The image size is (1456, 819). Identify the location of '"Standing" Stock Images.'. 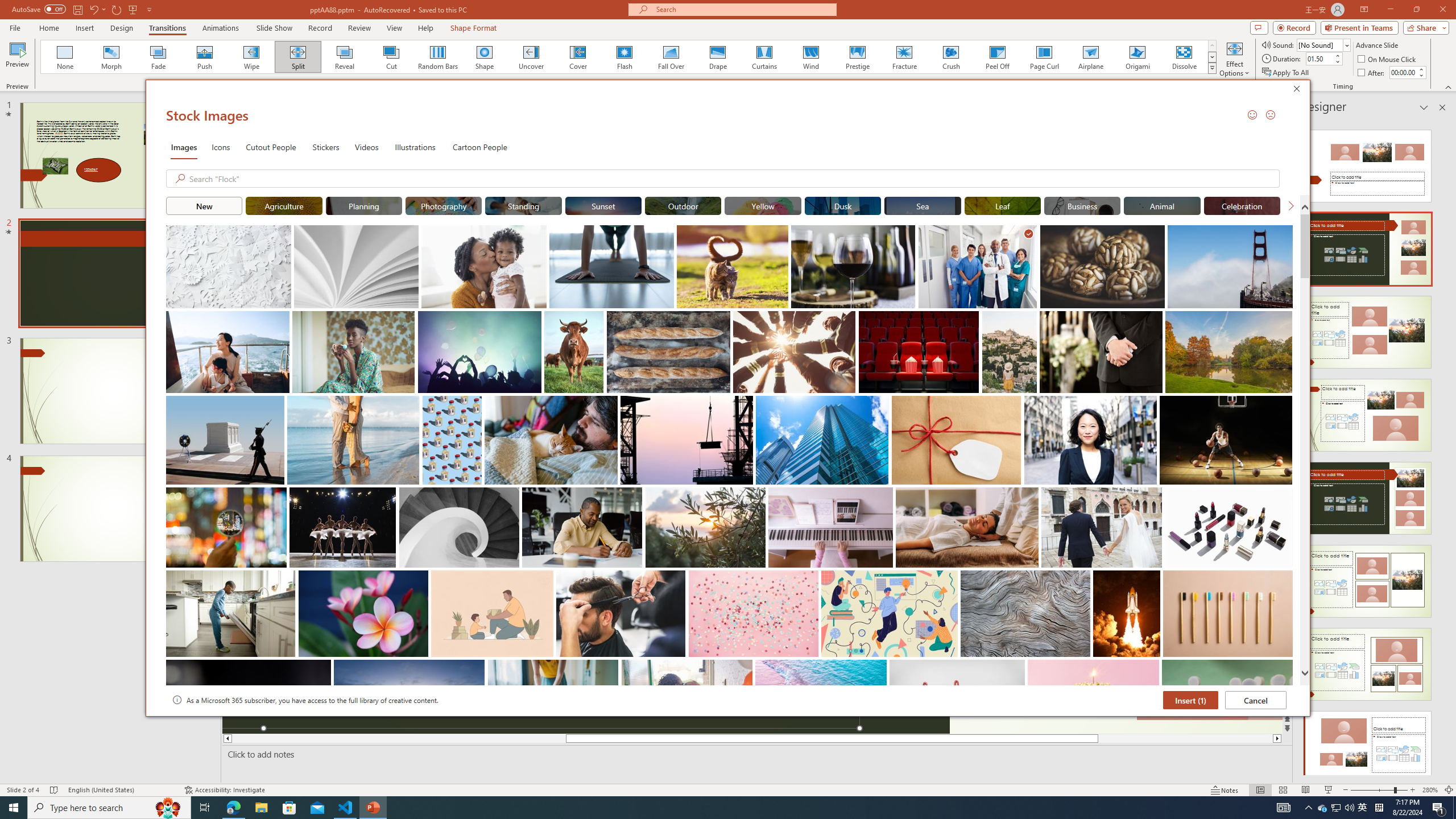
(523, 205).